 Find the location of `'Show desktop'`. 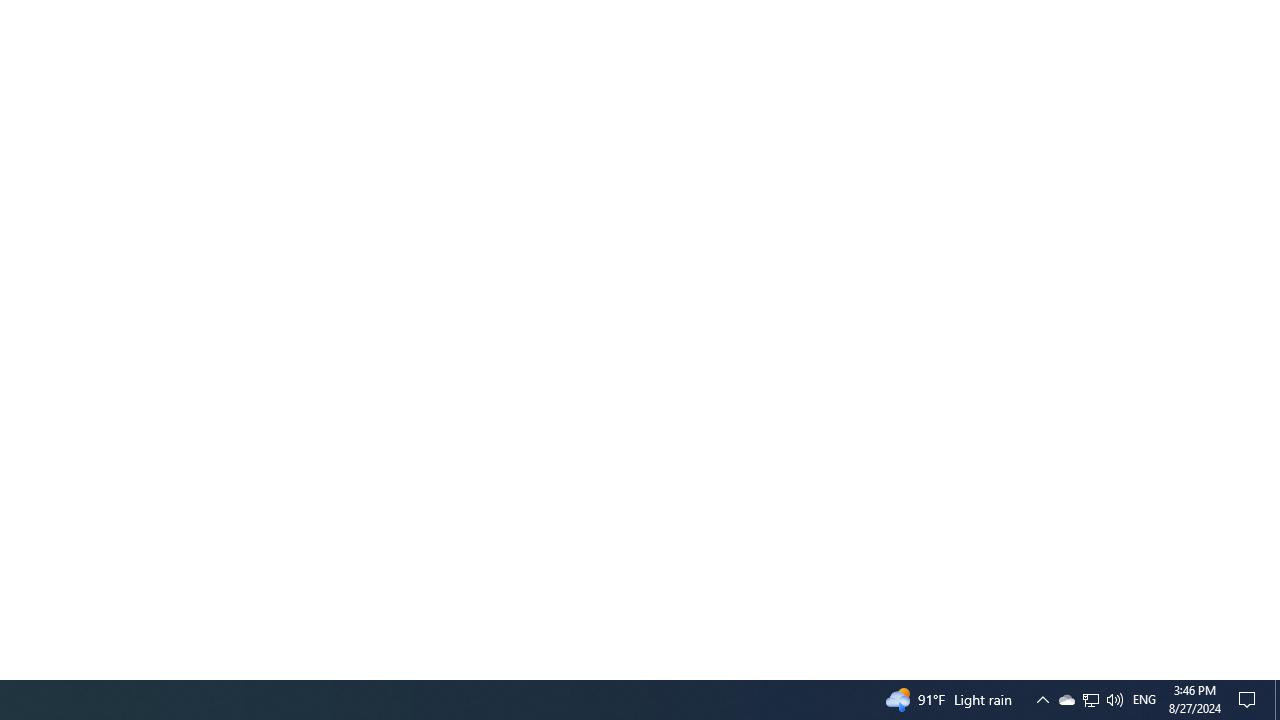

'Show desktop' is located at coordinates (1271, 671).